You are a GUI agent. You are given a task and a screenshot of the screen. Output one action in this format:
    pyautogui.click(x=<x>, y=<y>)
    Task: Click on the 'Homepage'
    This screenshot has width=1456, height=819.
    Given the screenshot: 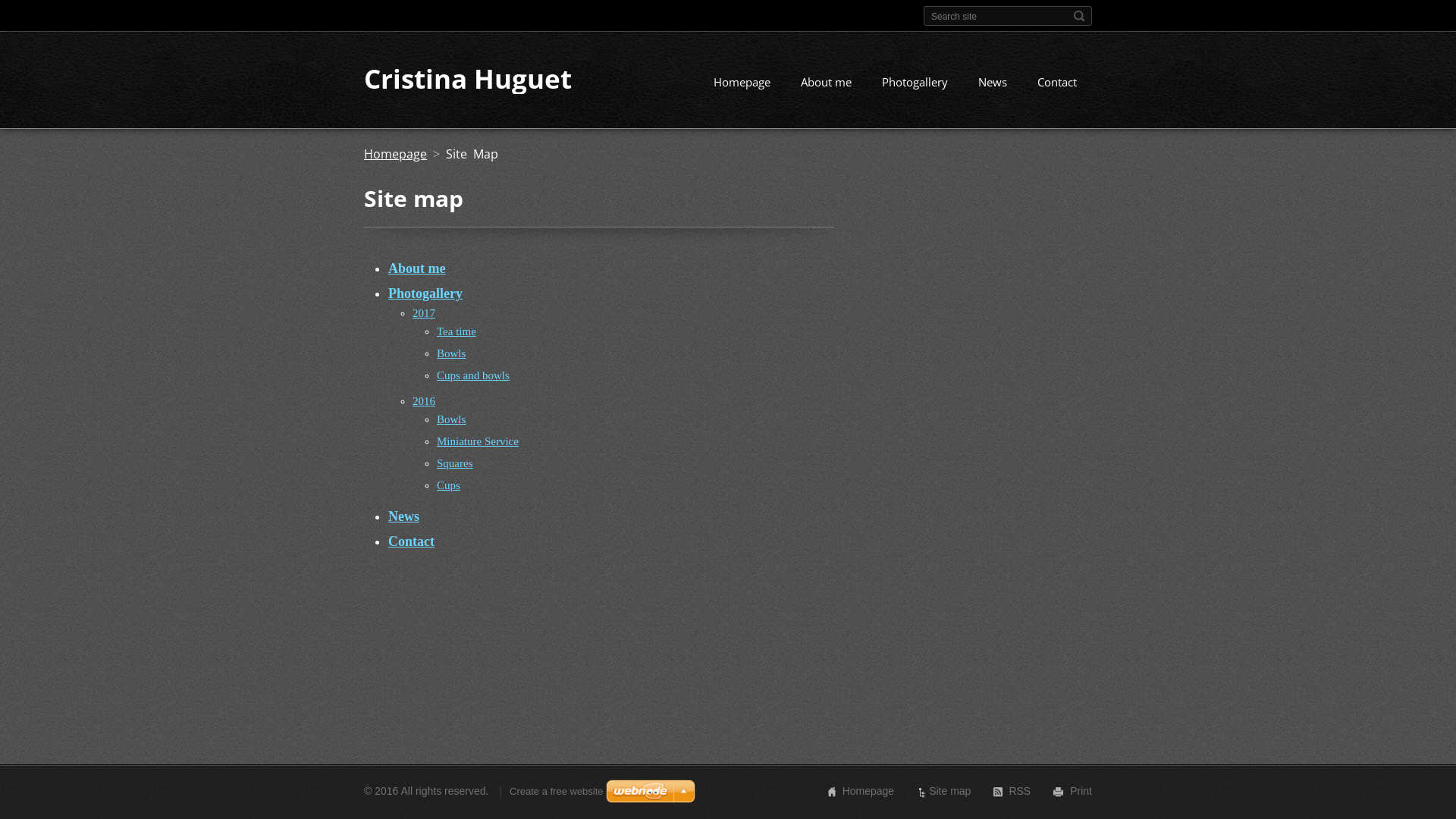 What is the action you would take?
    pyautogui.click(x=868, y=789)
    